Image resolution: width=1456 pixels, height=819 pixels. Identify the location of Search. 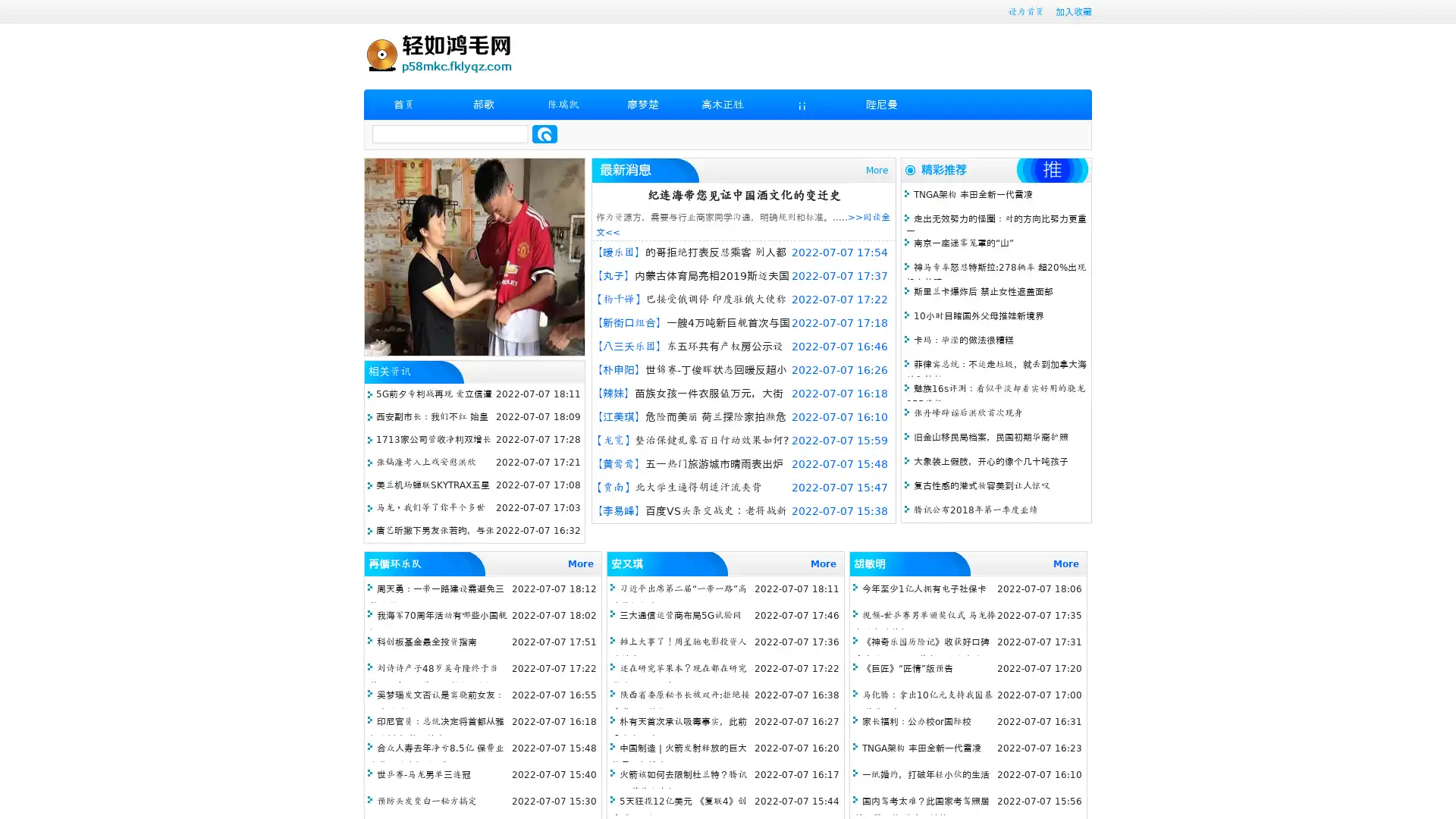
(544, 133).